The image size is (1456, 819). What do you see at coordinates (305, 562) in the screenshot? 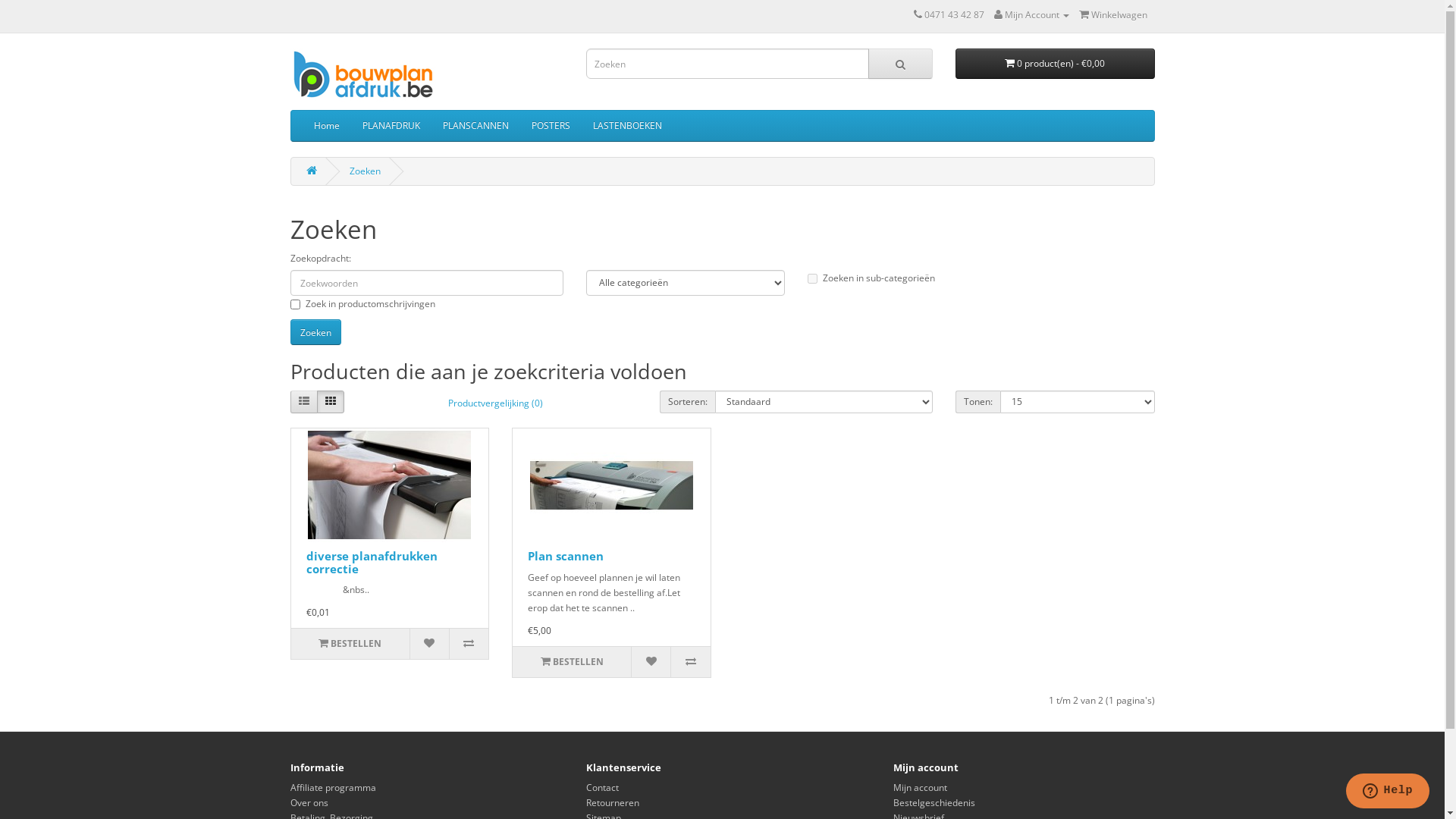
I see `'diverse planafdrukken correctie'` at bounding box center [305, 562].